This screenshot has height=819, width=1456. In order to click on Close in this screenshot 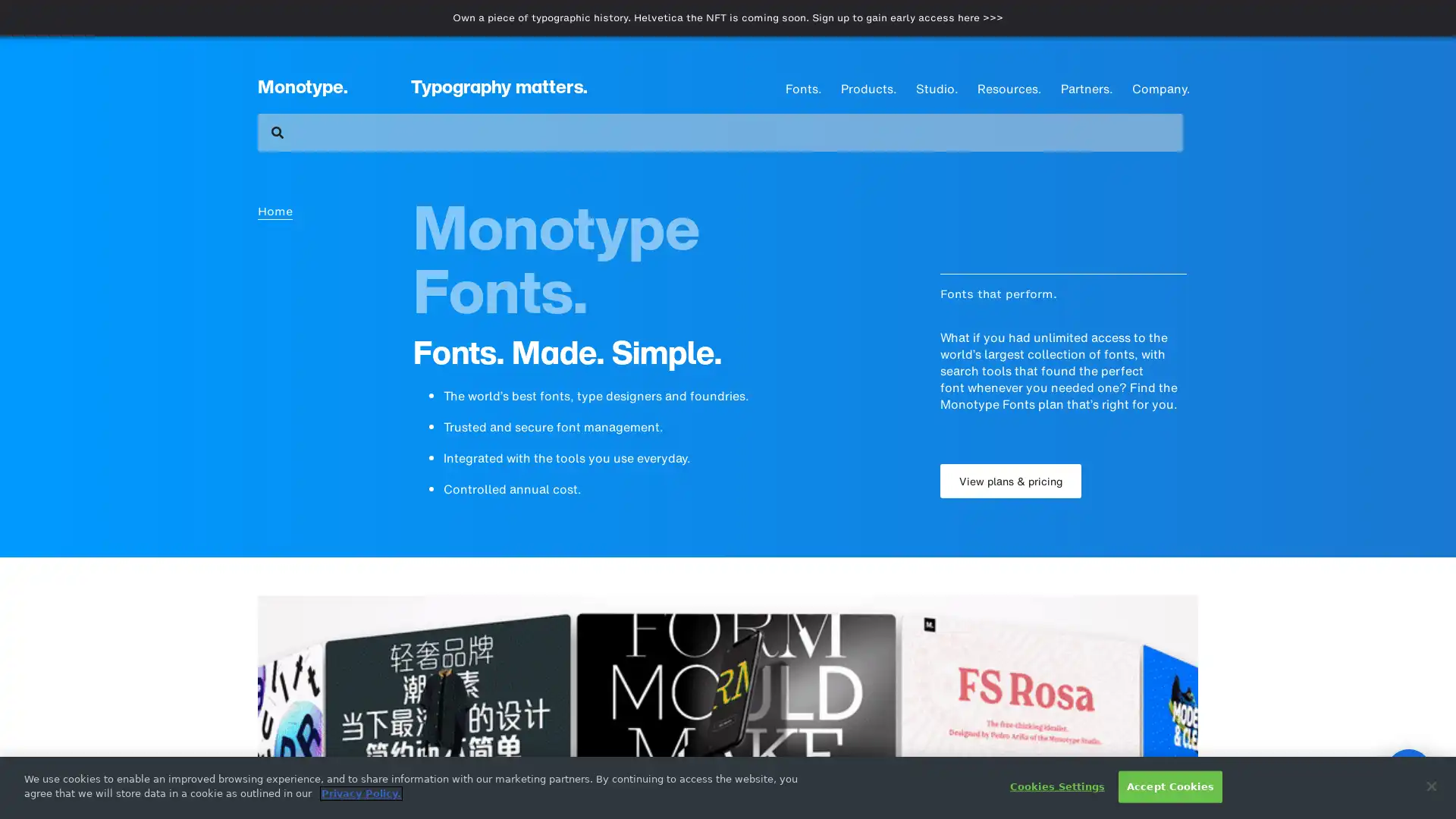, I will do `click(1430, 785)`.